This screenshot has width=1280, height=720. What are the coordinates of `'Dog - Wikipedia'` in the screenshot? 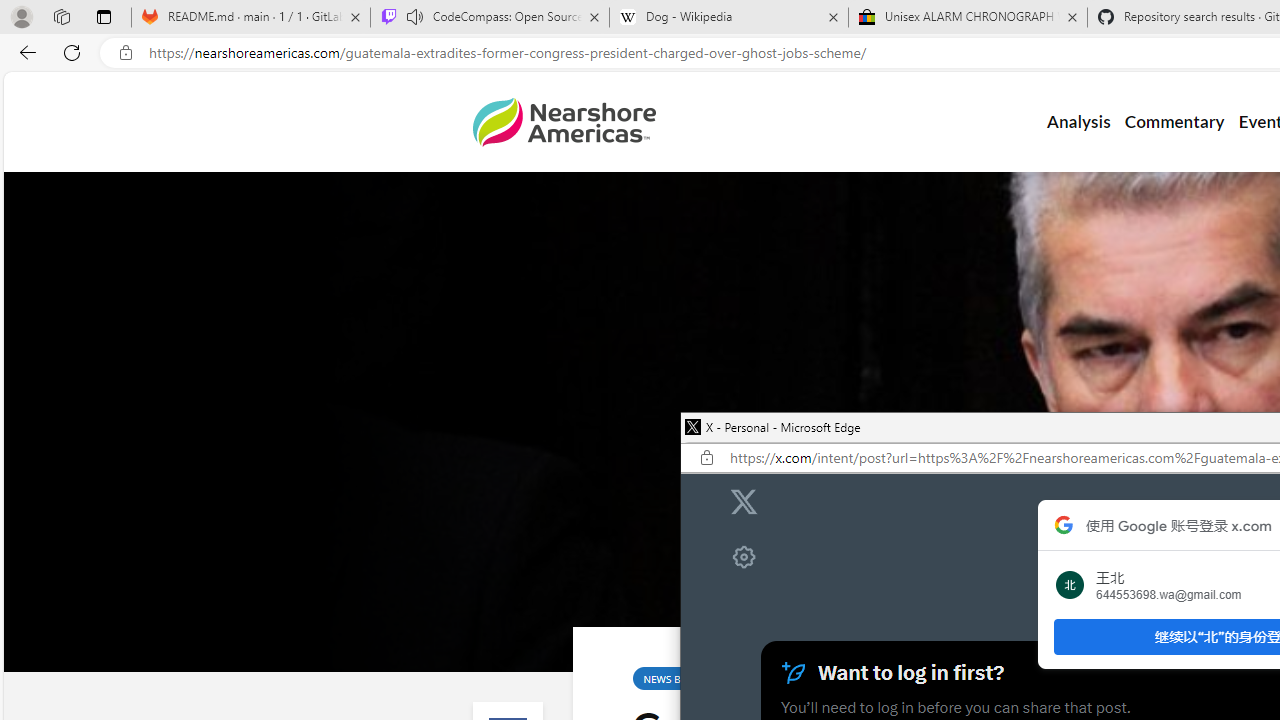 It's located at (728, 17).